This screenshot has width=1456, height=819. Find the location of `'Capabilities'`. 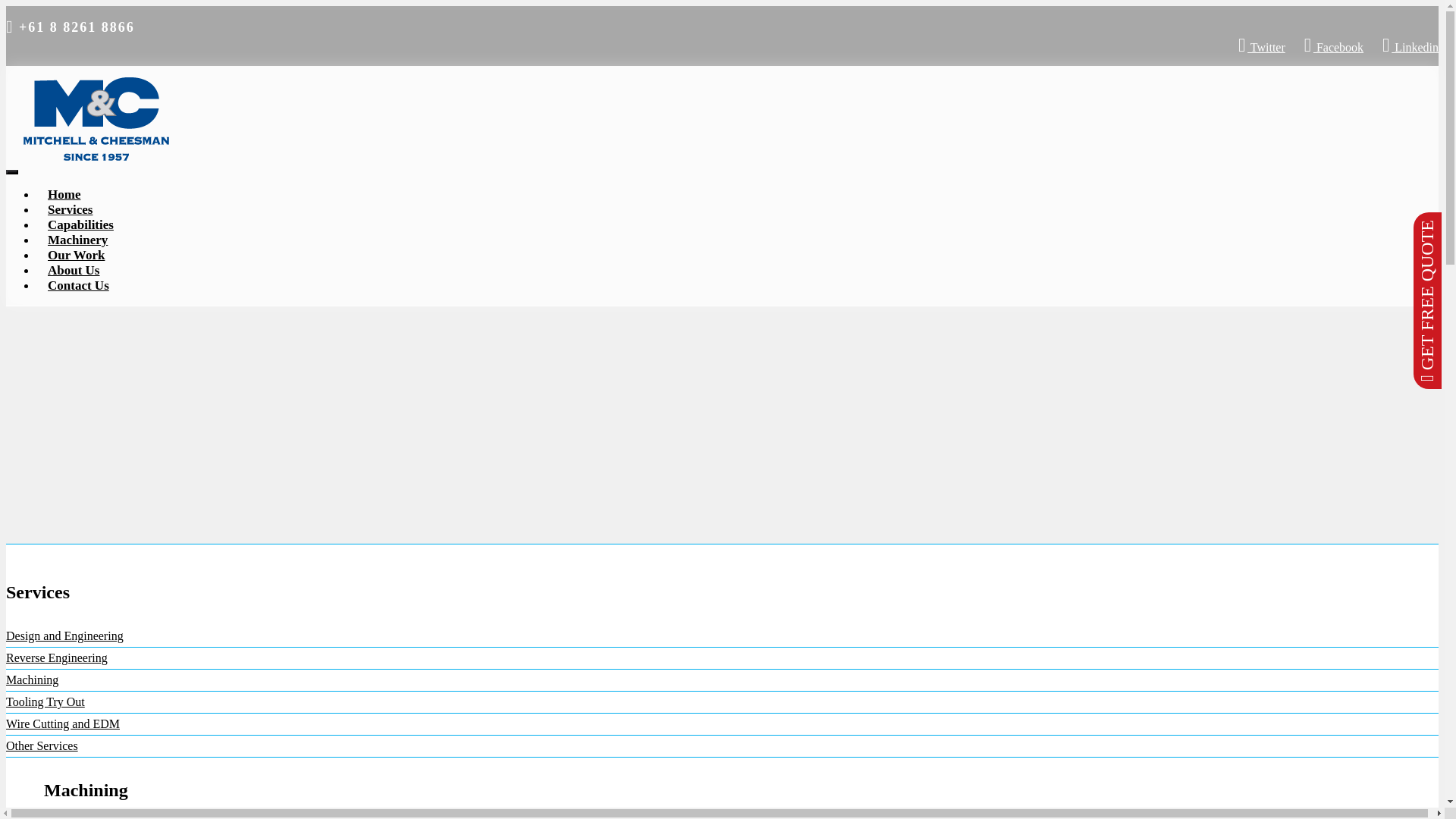

'Capabilities' is located at coordinates (80, 224).